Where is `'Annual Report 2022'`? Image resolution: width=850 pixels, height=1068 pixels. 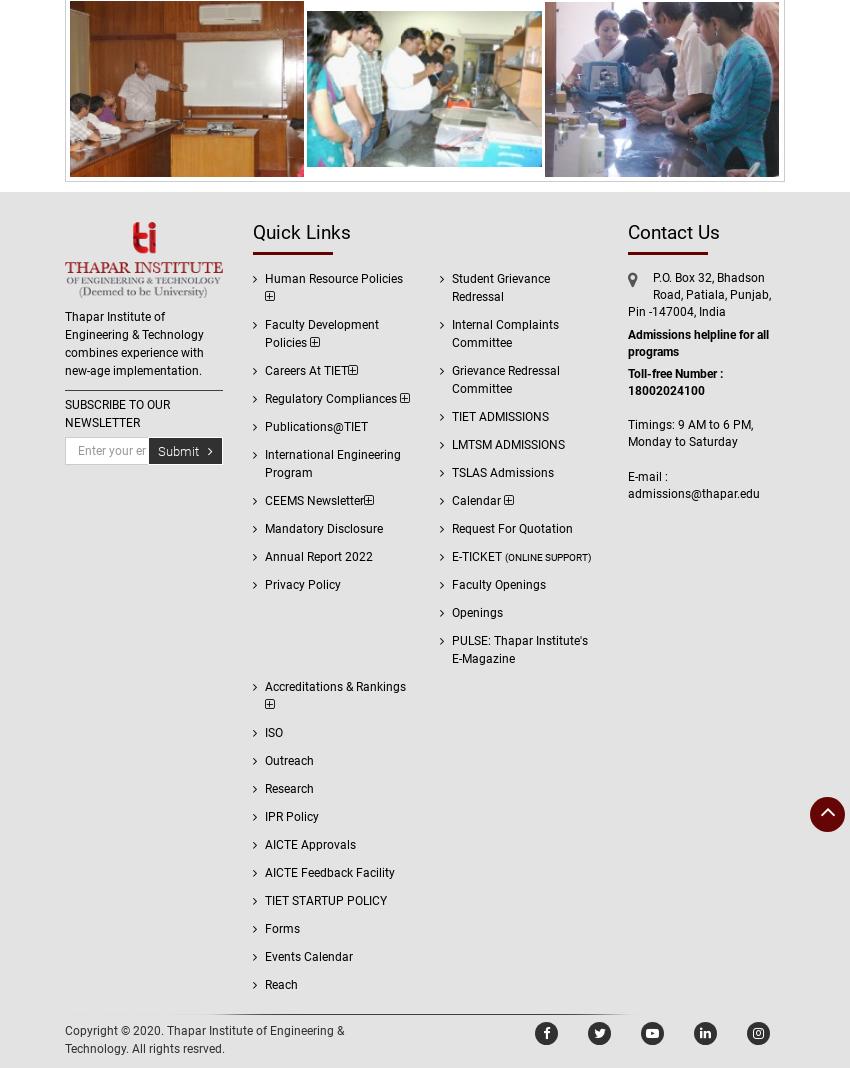 'Annual Report 2022' is located at coordinates (317, 555).